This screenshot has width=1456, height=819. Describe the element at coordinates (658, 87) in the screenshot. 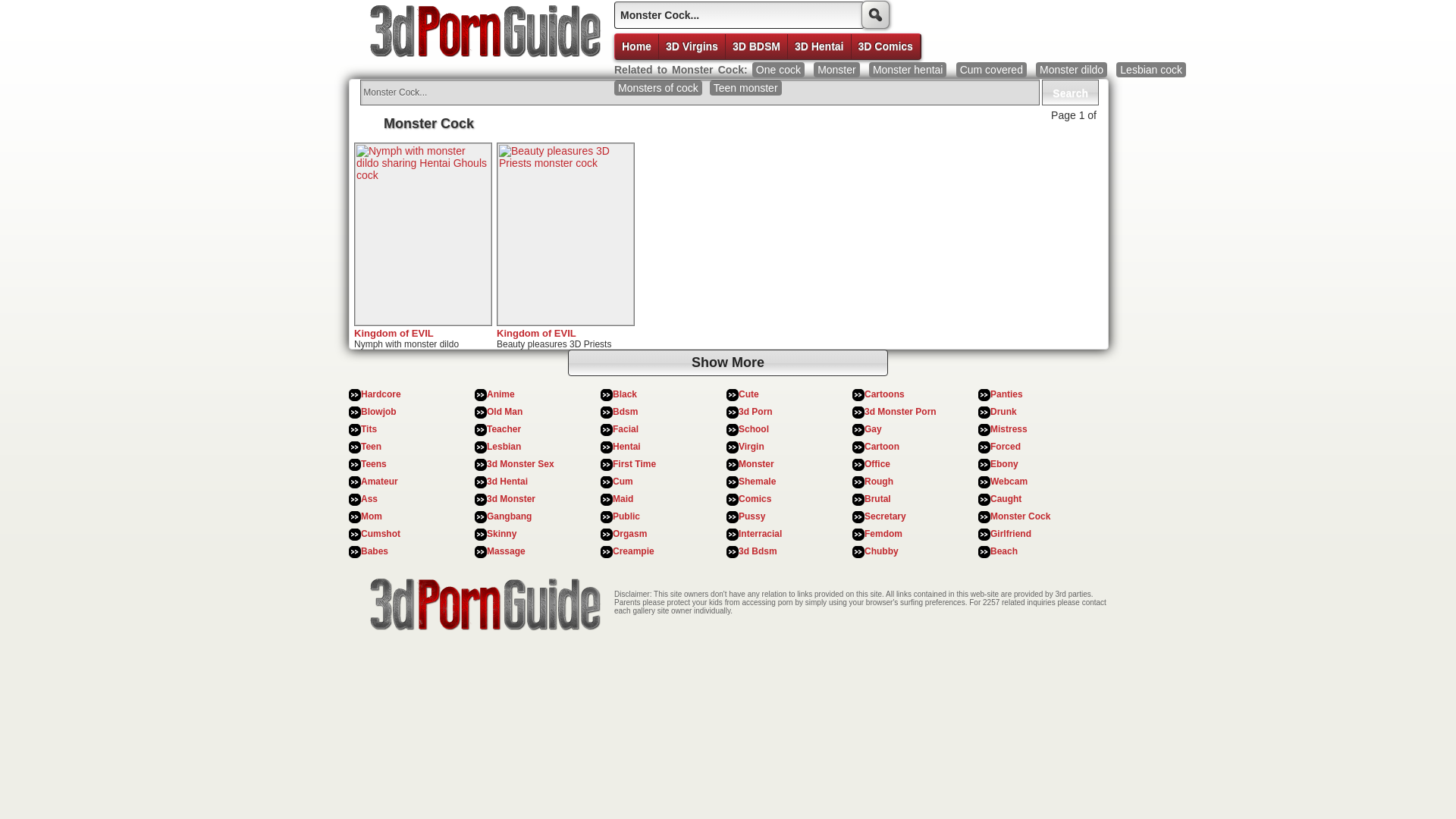

I see `'Monsters of cock'` at that location.